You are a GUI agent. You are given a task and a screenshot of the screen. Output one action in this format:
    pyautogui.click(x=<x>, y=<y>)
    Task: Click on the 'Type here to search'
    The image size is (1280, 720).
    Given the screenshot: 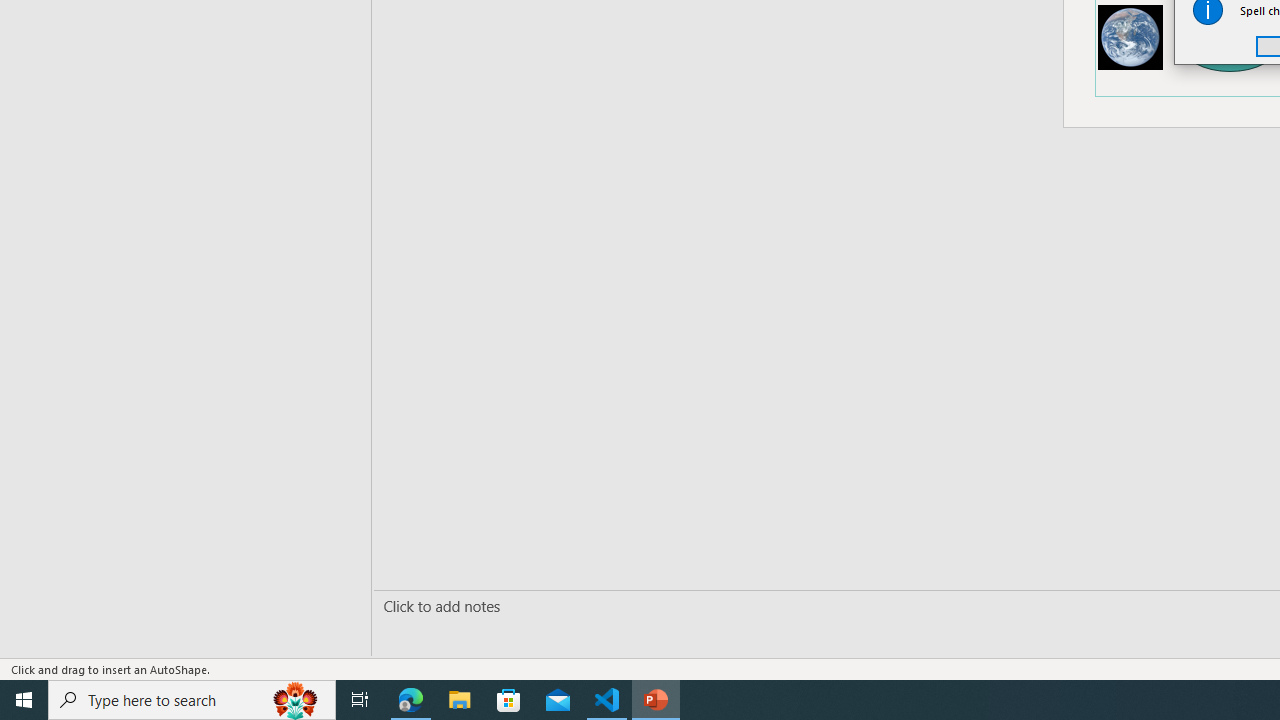 What is the action you would take?
    pyautogui.click(x=192, y=698)
    